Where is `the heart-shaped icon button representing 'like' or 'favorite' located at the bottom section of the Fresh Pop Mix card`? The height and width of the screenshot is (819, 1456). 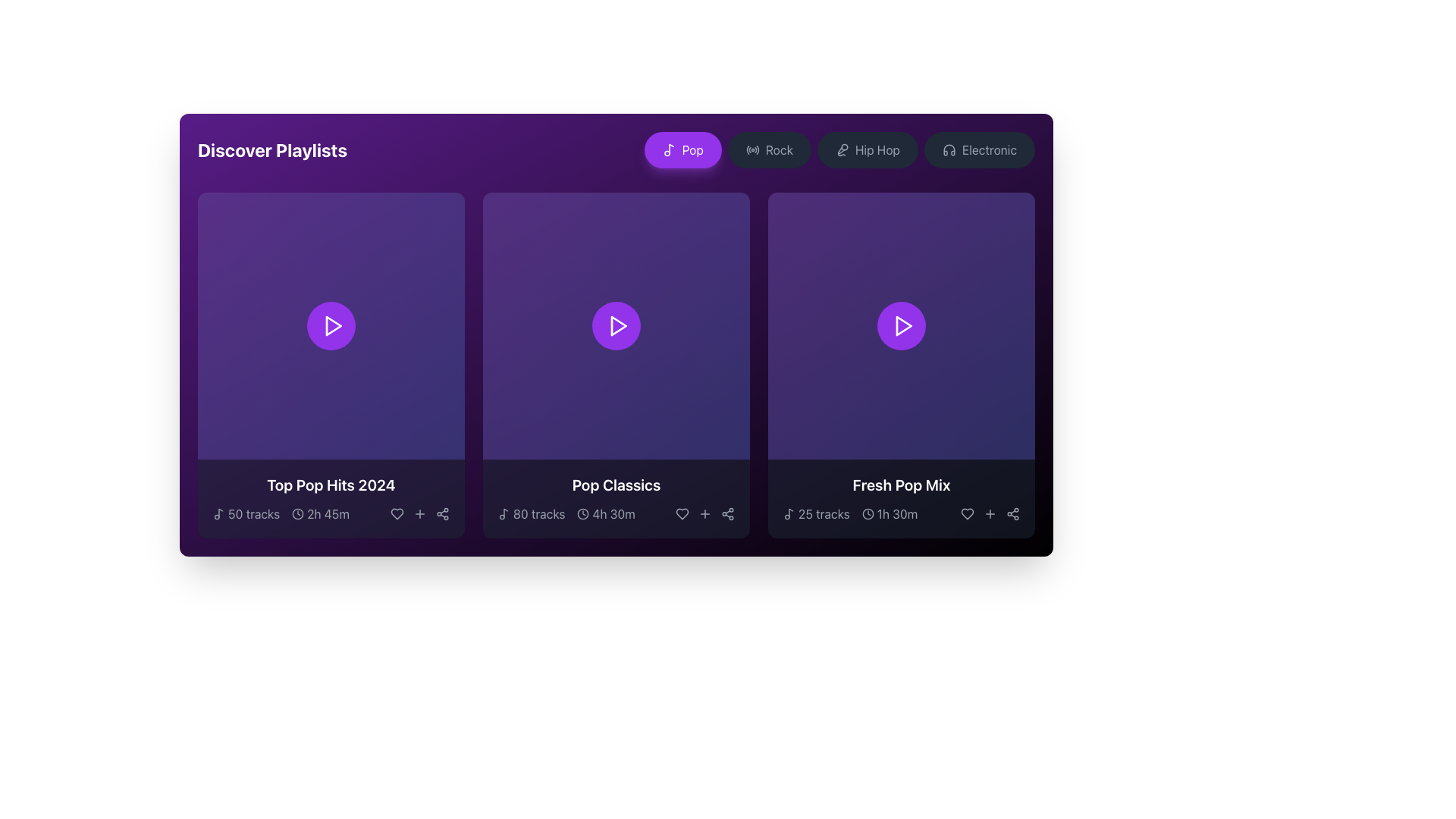 the heart-shaped icon button representing 'like' or 'favorite' located at the bottom section of the Fresh Pop Mix card is located at coordinates (967, 513).